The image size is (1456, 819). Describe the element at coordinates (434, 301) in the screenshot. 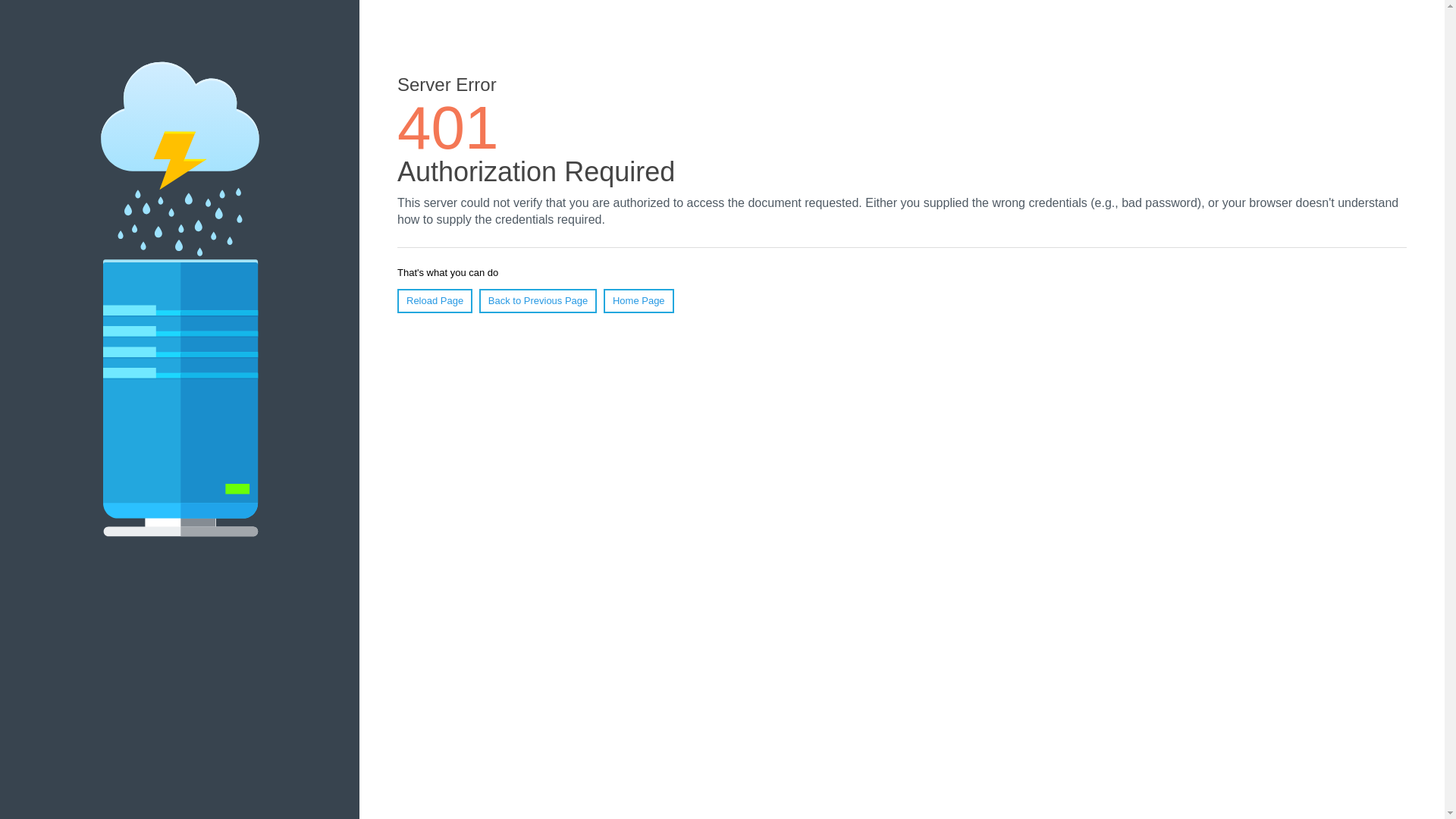

I see `'Reload Page'` at that location.